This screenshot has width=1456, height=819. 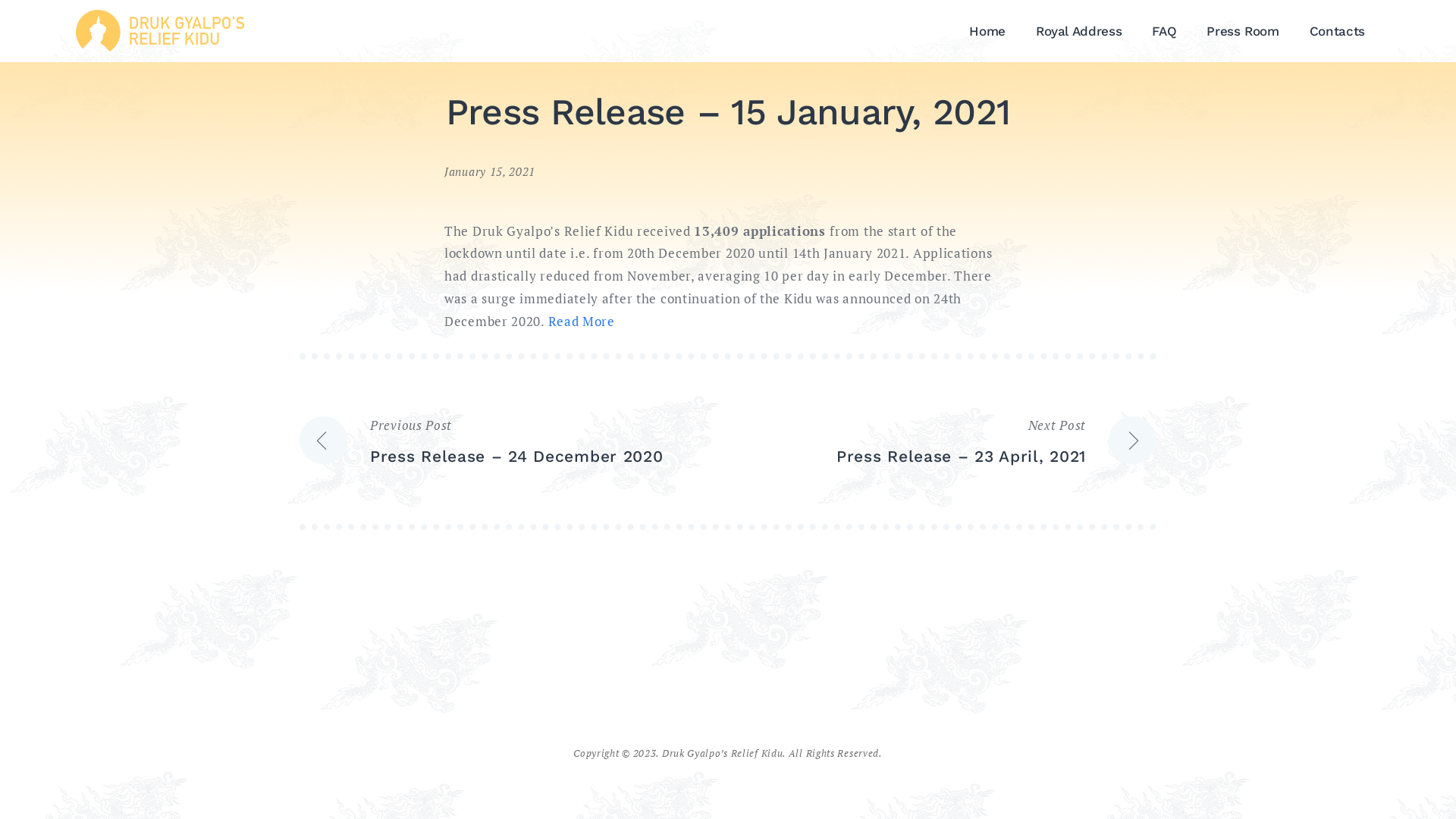 I want to click on 'Contacts', so click(x=1337, y=31).